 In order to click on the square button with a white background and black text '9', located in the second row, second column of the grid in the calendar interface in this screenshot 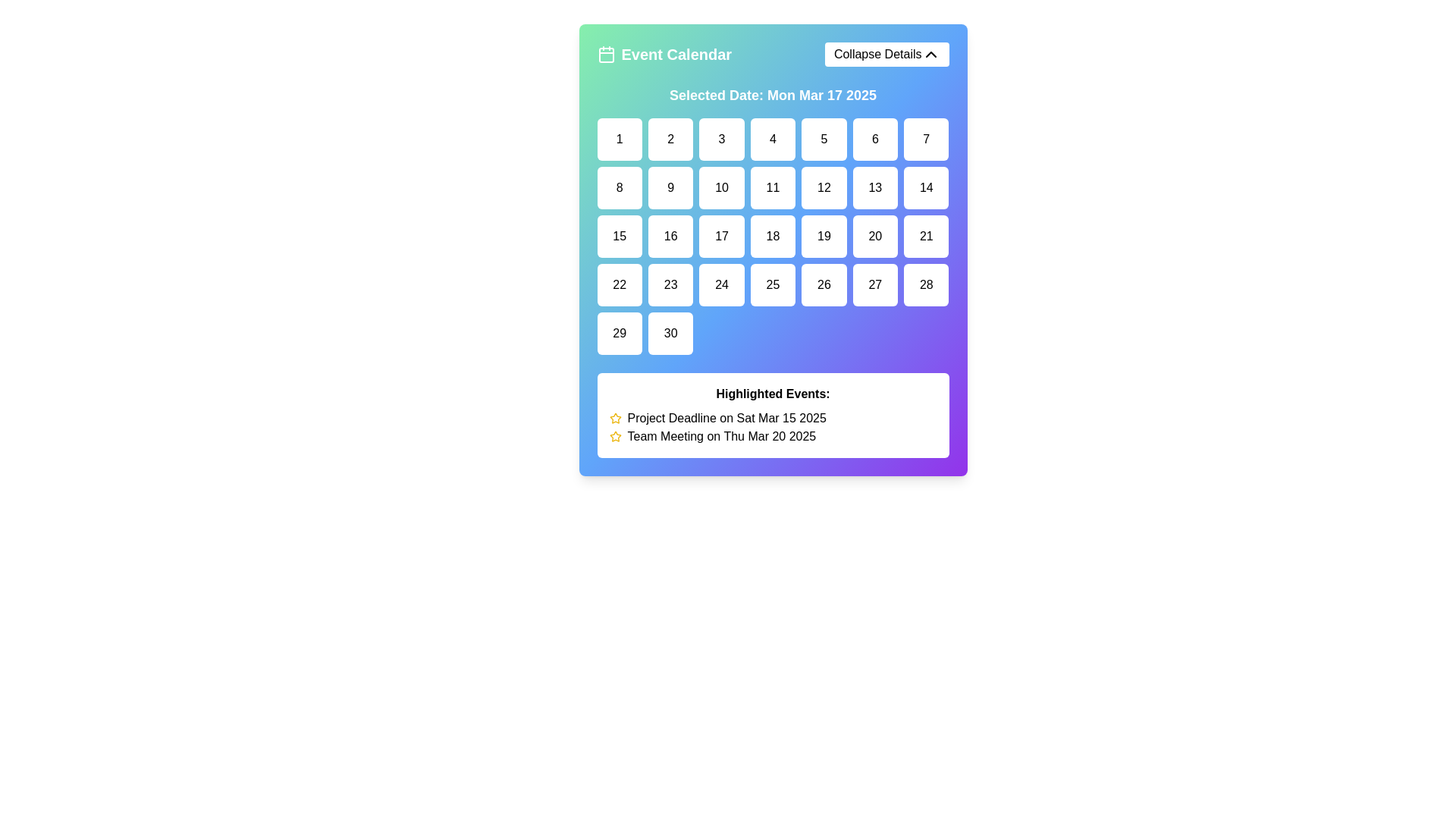, I will do `click(670, 187)`.